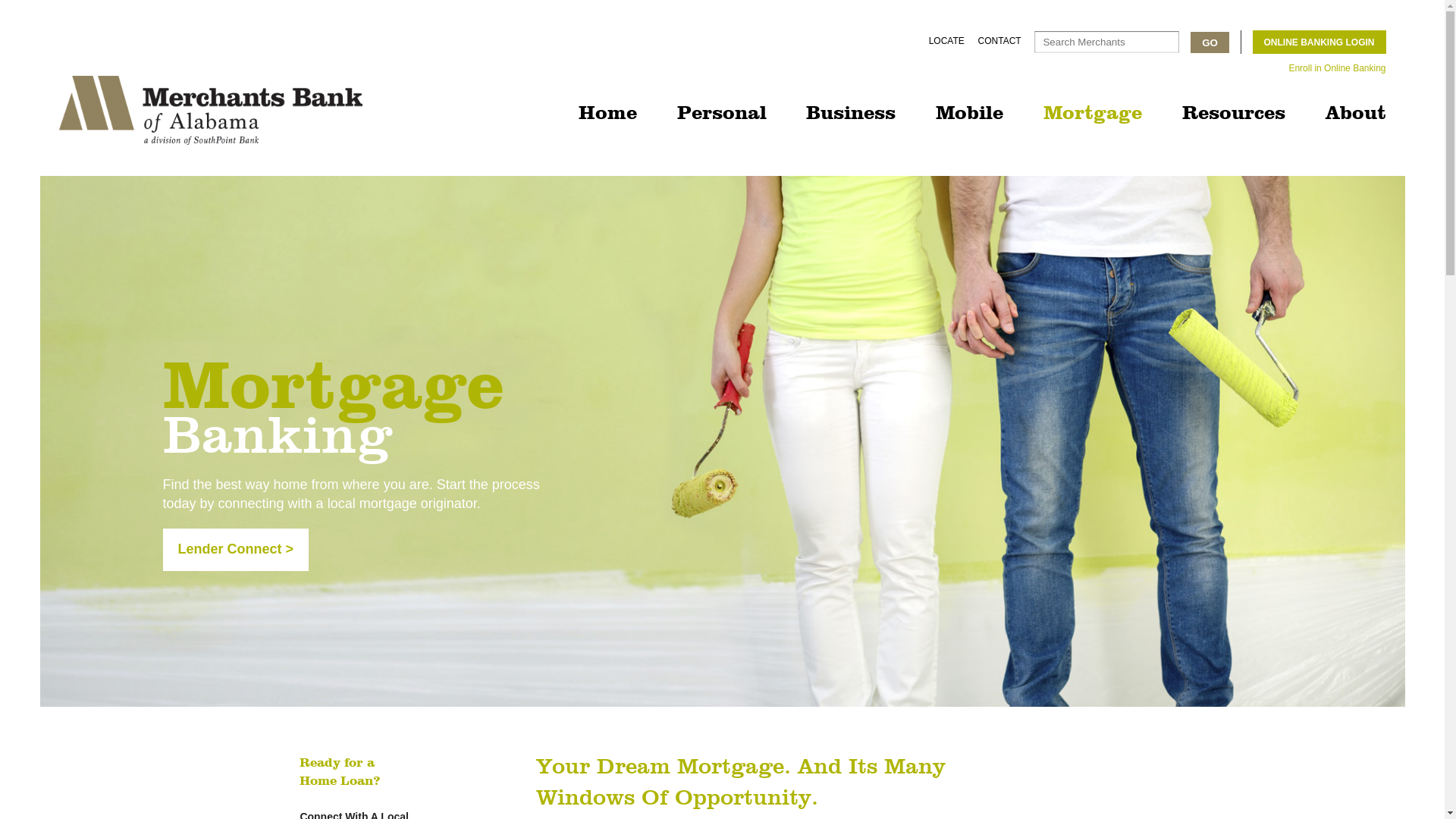 The height and width of the screenshot is (819, 1456). I want to click on 'Lender Connect >', so click(234, 549).